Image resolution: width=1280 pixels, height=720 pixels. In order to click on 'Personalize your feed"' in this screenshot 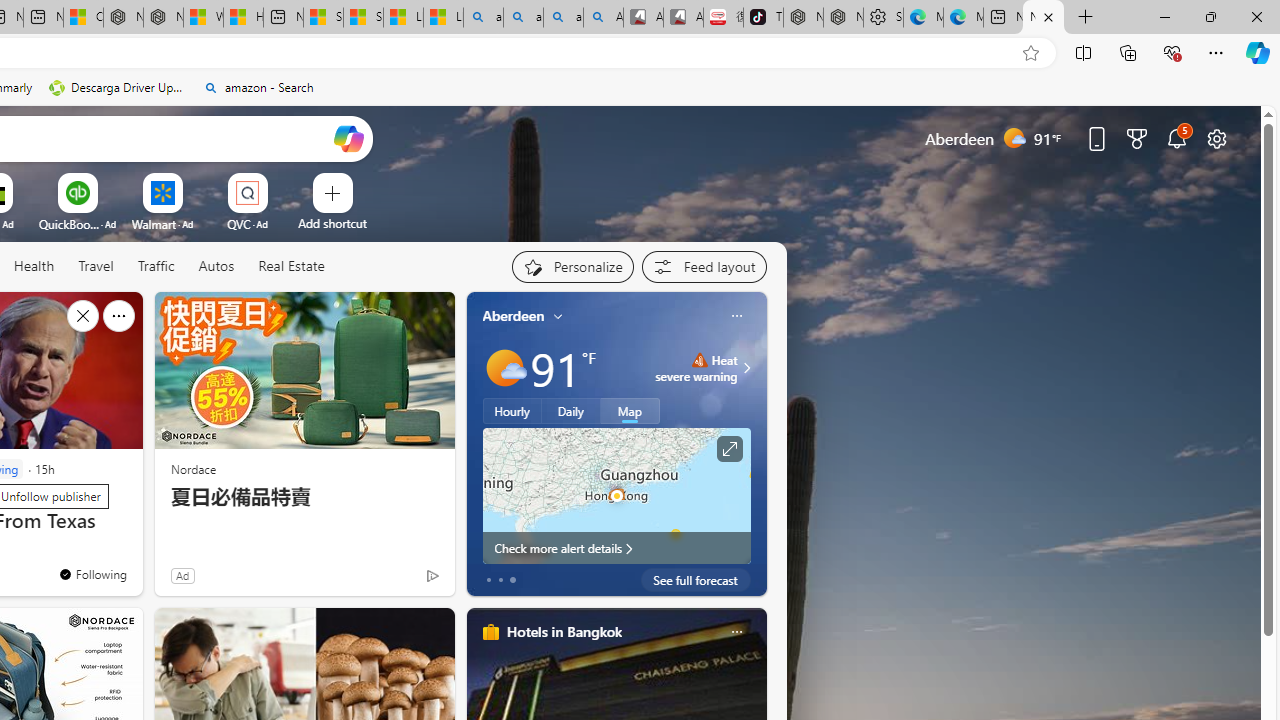, I will do `click(571, 266)`.